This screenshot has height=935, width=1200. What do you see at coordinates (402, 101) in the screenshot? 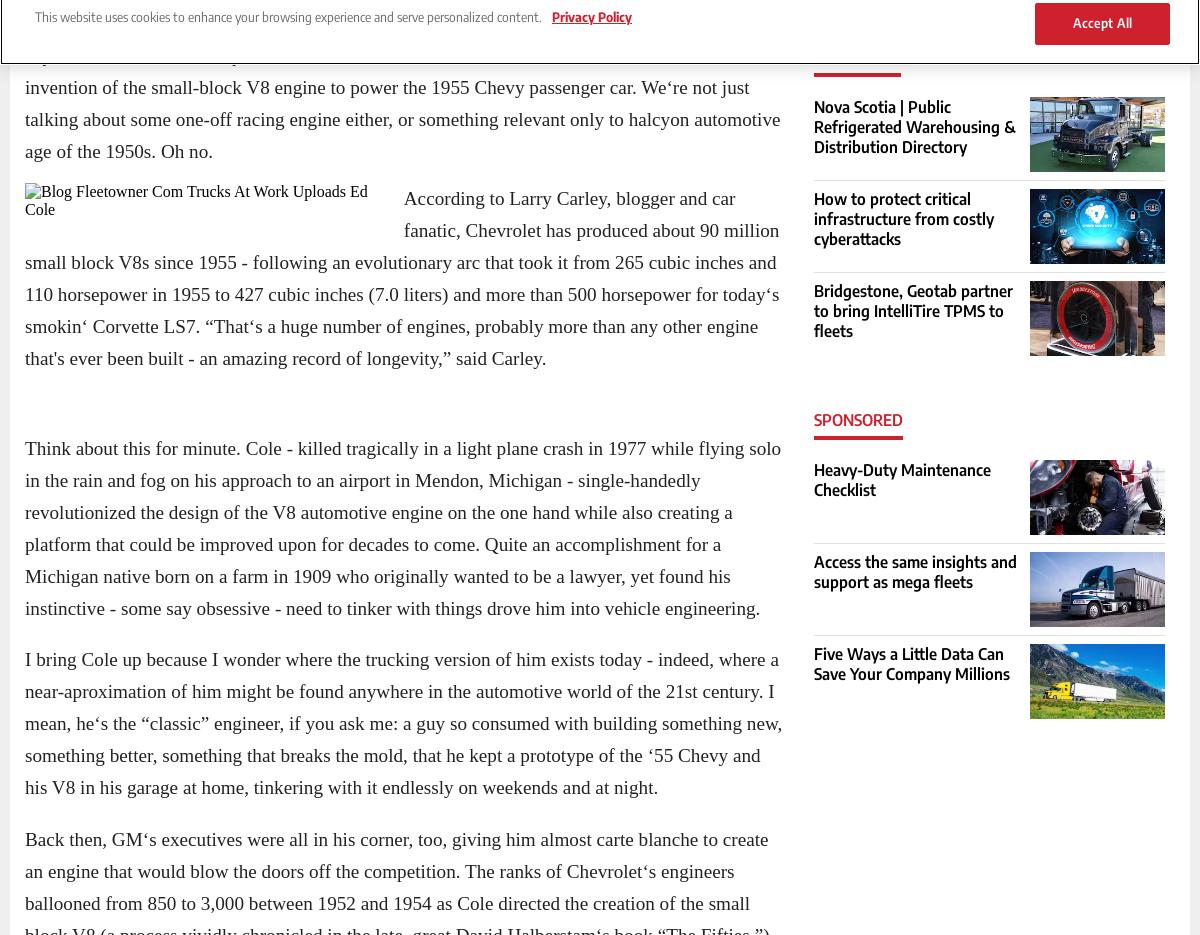
I see `'If you are a car enthusiast, you know who Edward Nicholas Cole is - the man who directed the invention of the small-block V8 engine to power the 1955 Chevy passenger car. We‘re not just talking about some one-off racing engine either, or something relevant only to halcyon automotive age of the 1950s. Oh no.'` at bounding box center [402, 101].